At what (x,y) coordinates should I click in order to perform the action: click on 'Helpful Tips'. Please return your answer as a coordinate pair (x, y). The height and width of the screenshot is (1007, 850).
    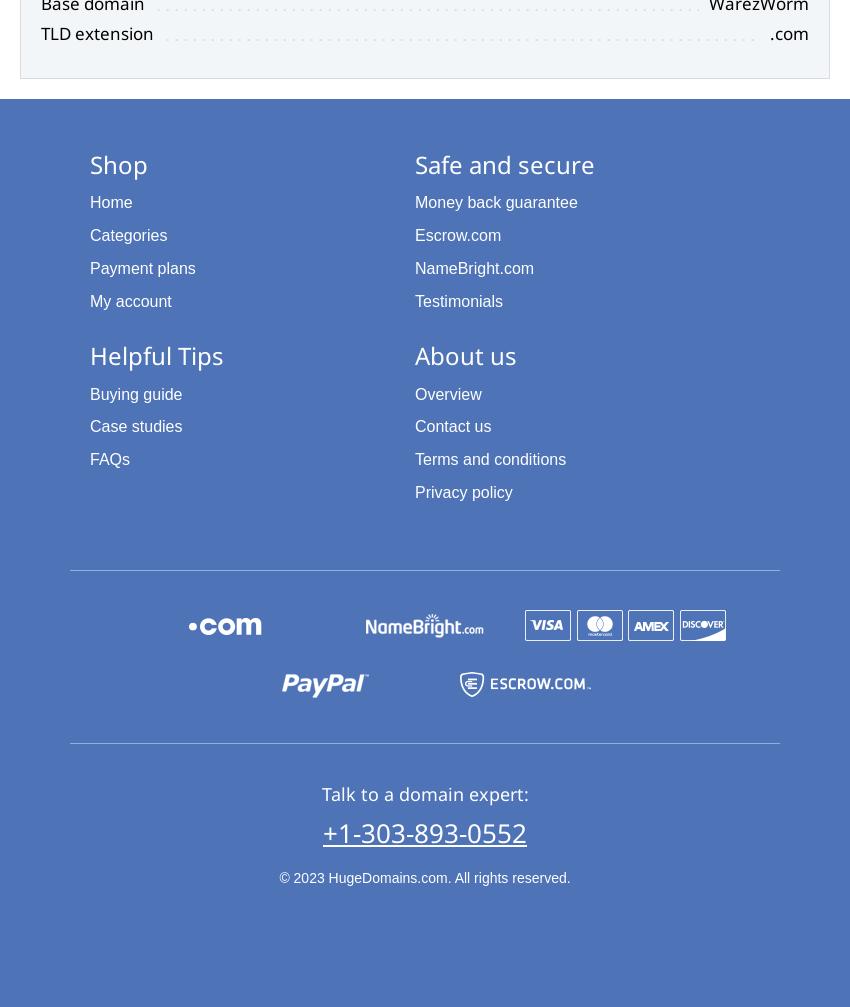
    Looking at the image, I should click on (156, 355).